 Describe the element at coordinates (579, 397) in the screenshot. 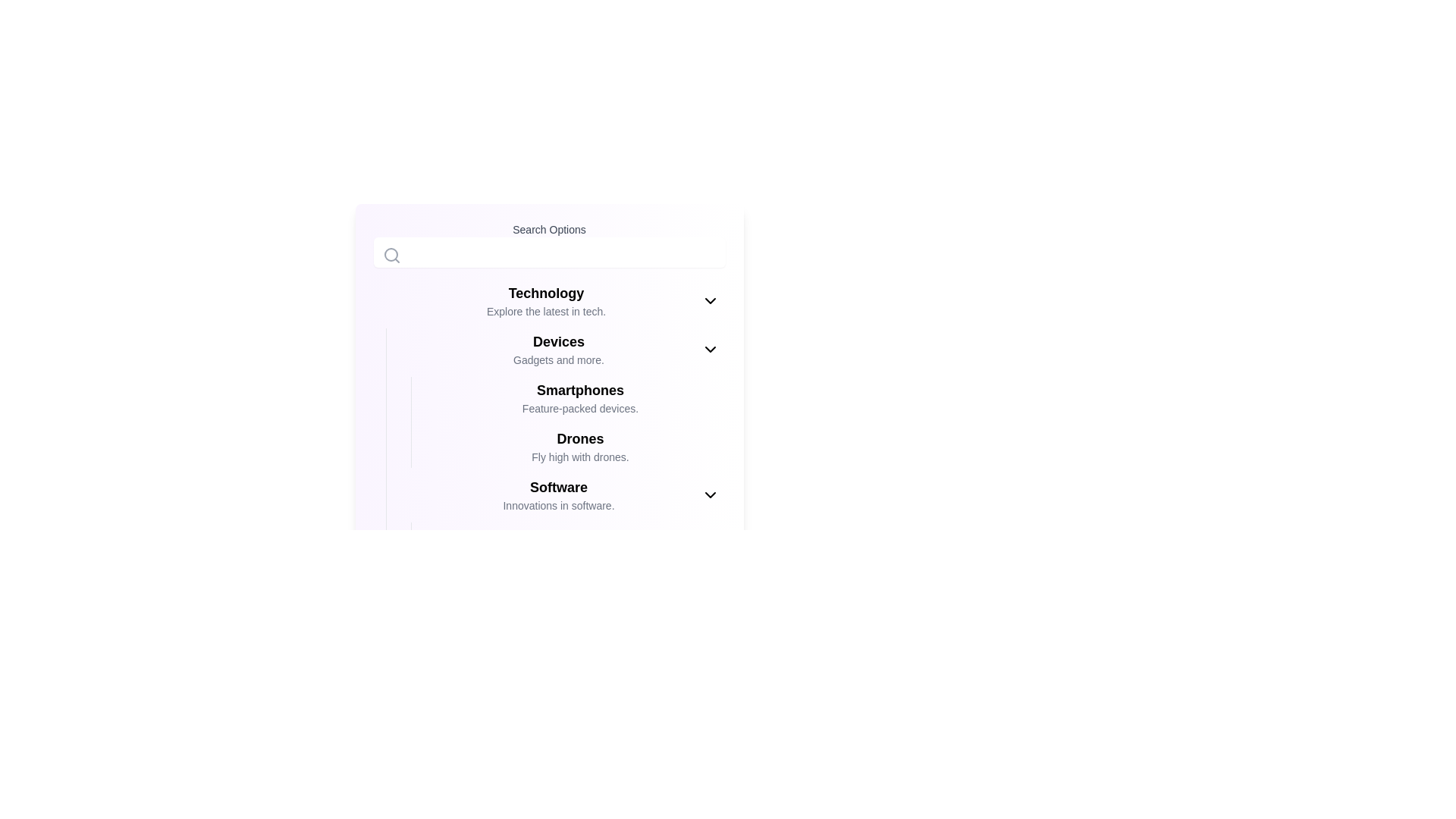

I see `the 'Smartphones' option in the dropdown menu under the 'Devices' category` at that location.